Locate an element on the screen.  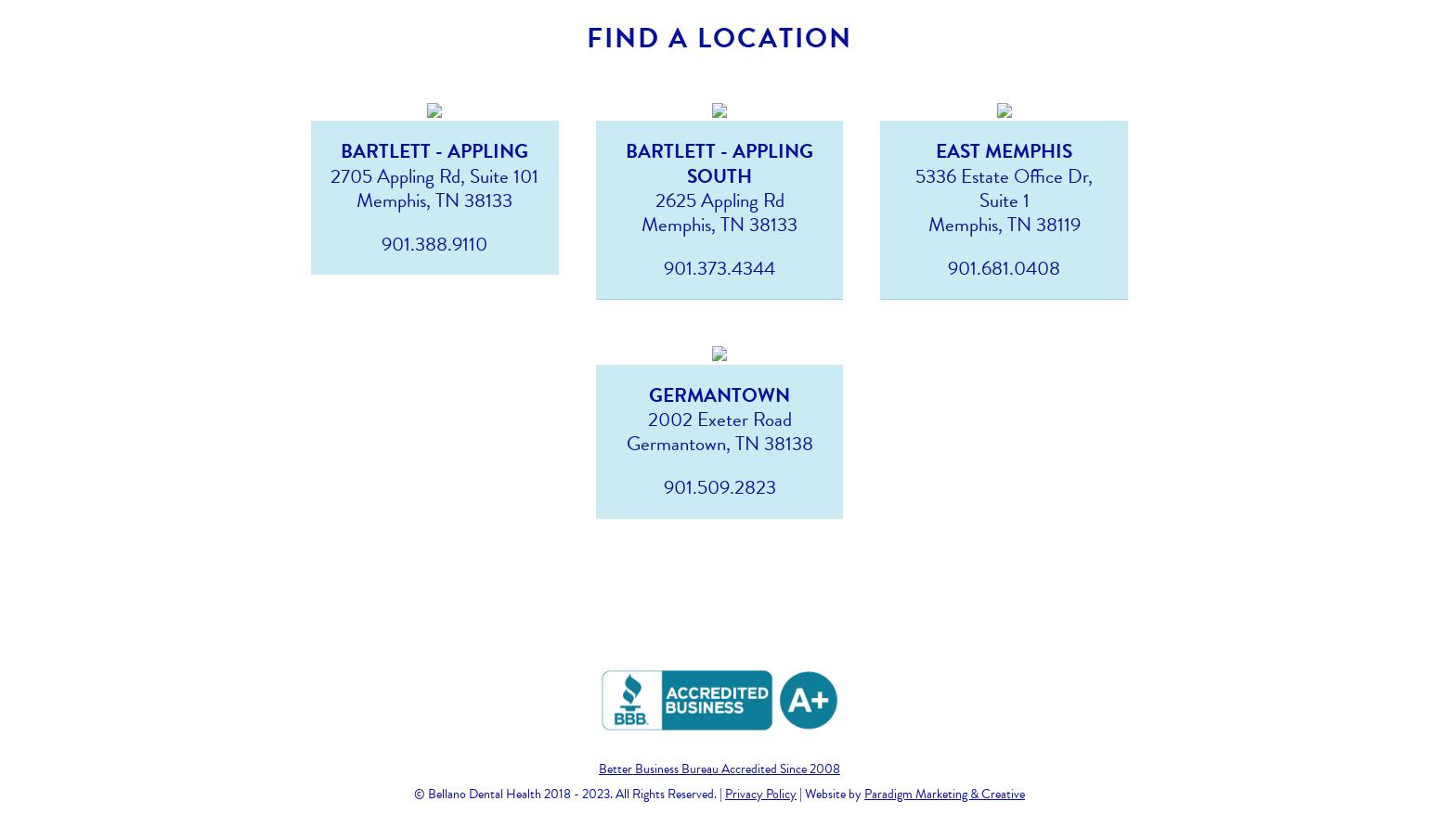
'Memphis, TN 38119' is located at coordinates (1003, 223).